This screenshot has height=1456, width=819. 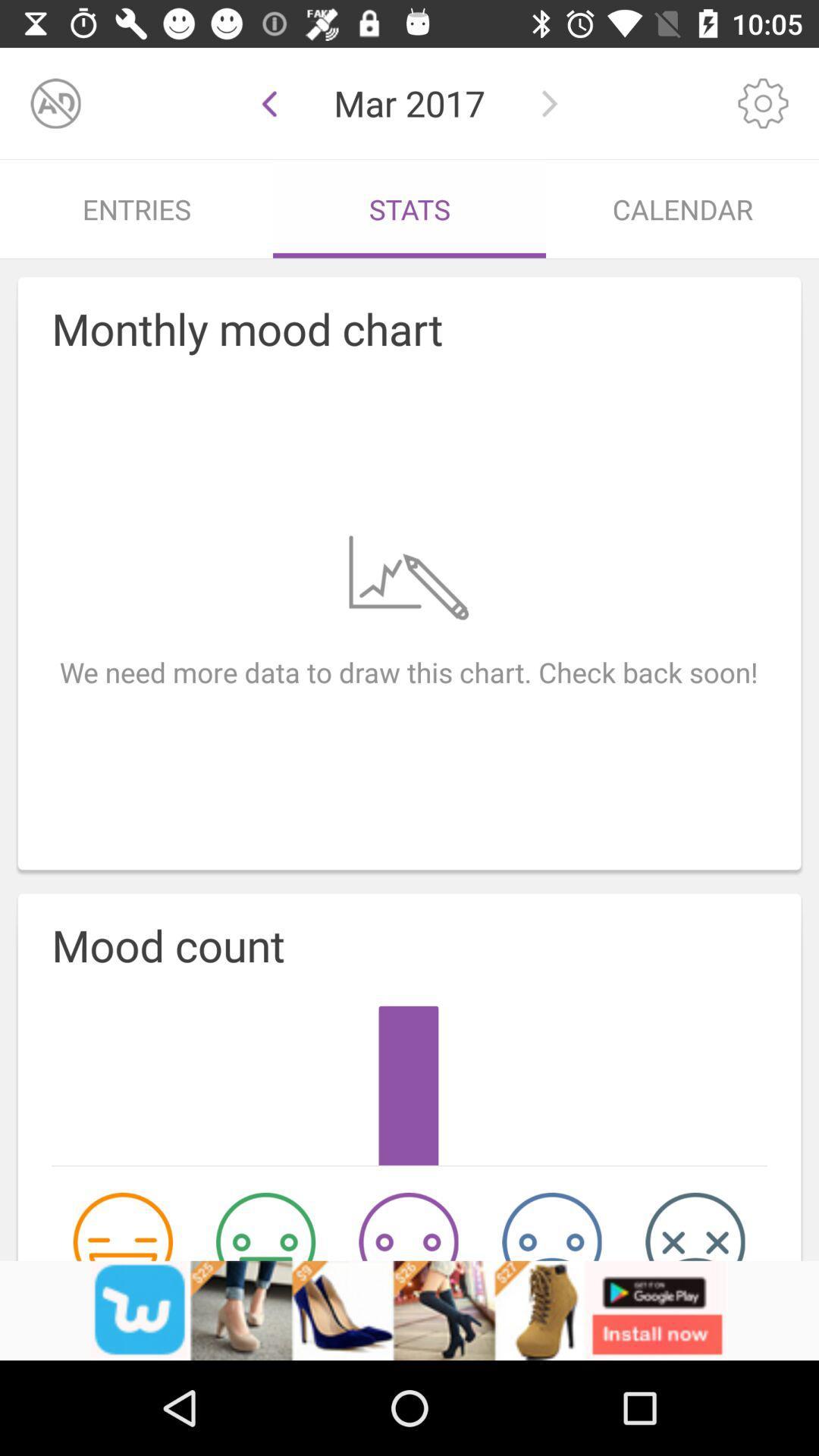 What do you see at coordinates (763, 102) in the screenshot?
I see `menu page` at bounding box center [763, 102].